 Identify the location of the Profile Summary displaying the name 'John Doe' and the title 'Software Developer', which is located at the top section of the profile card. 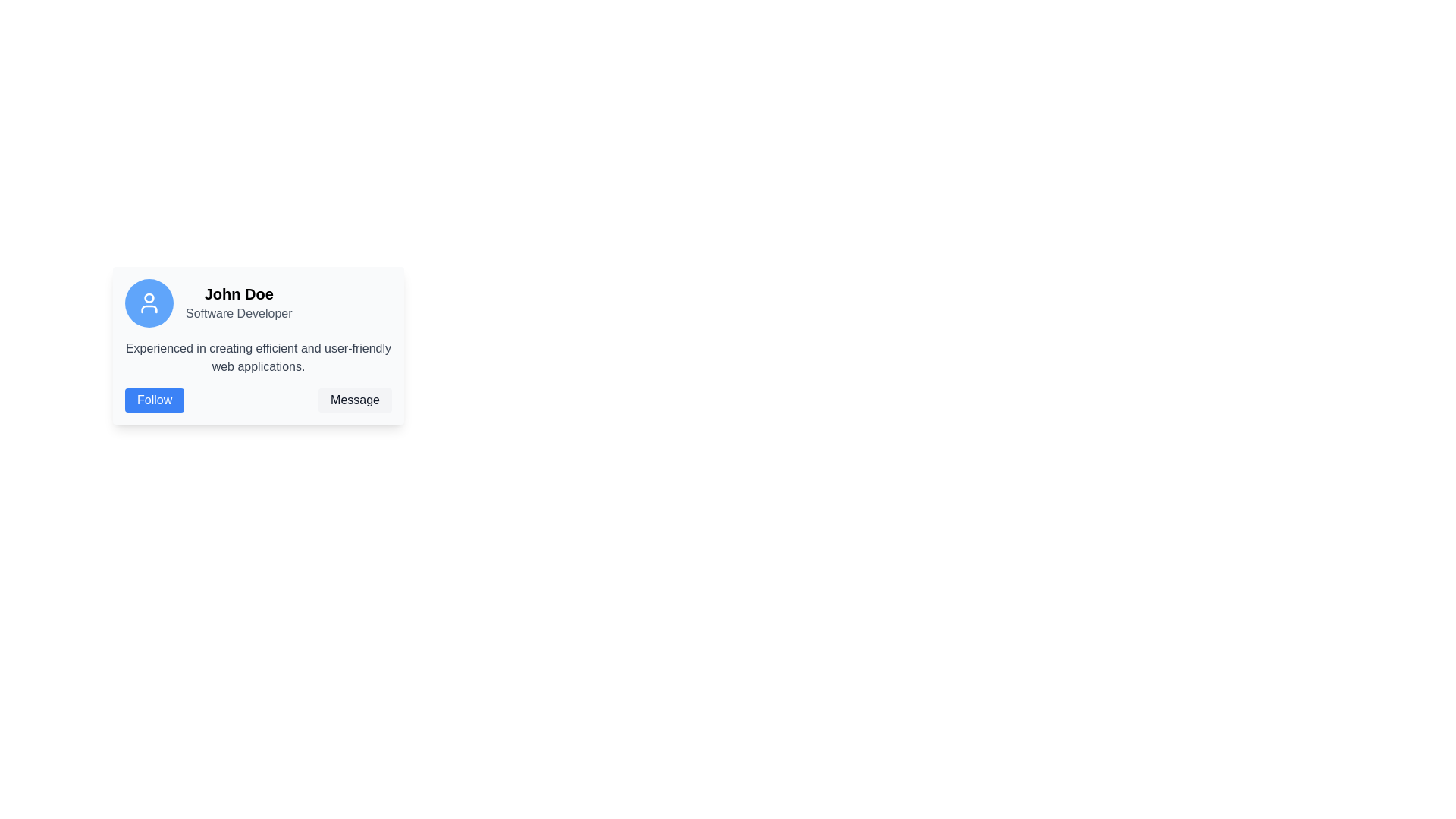
(258, 303).